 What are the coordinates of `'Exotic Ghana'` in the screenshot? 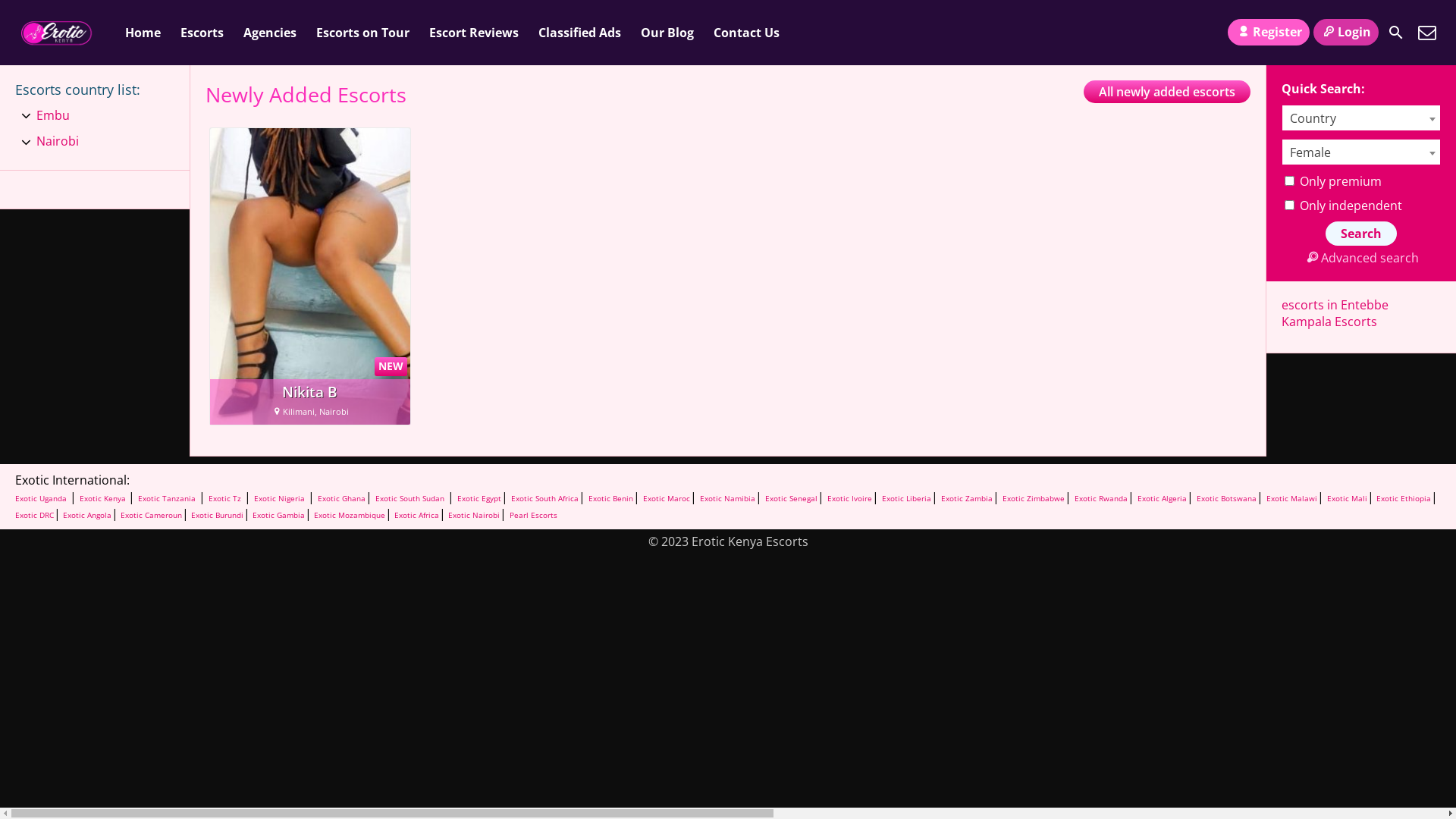 It's located at (316, 497).